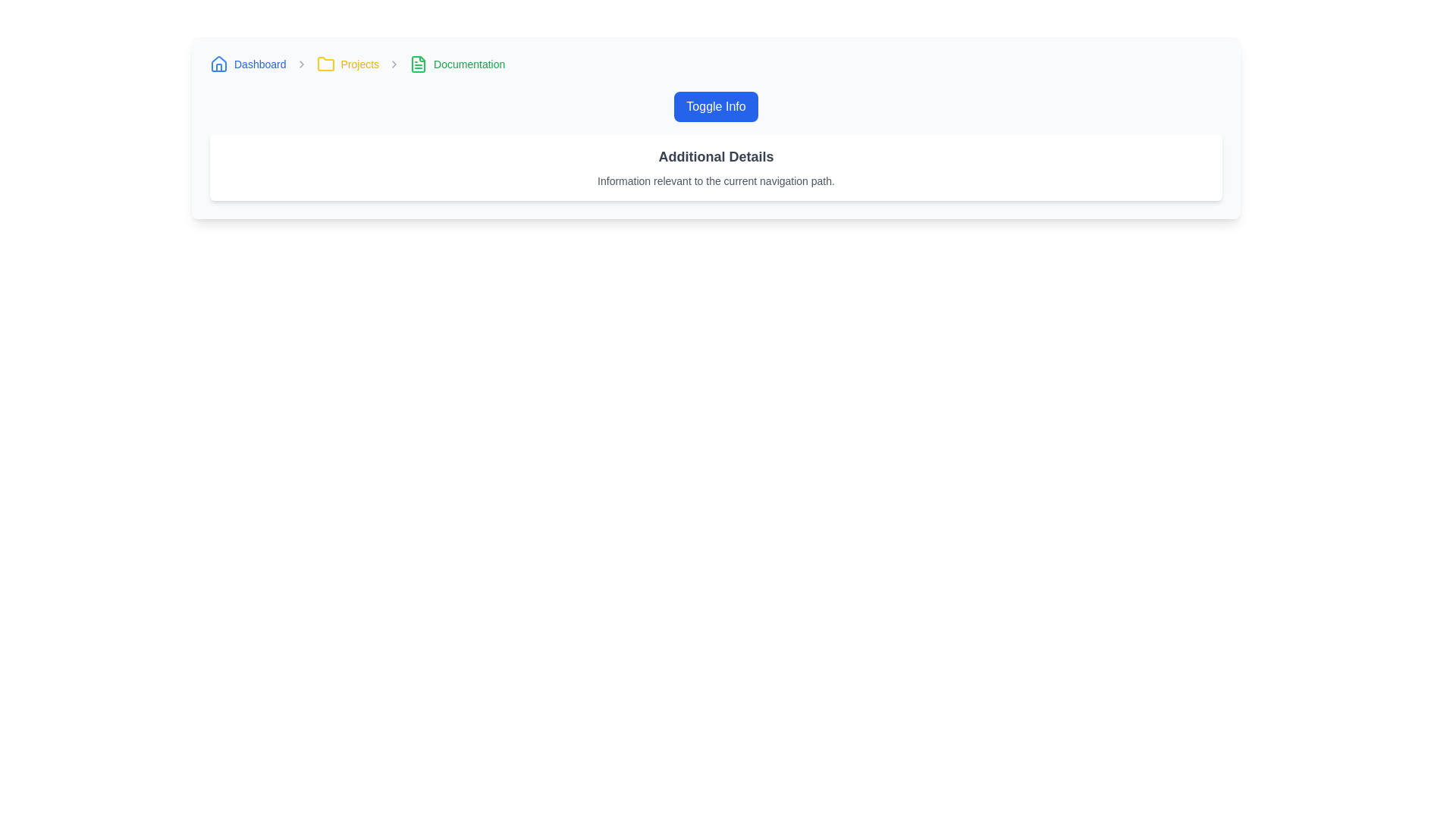 The width and height of the screenshot is (1456, 819). What do you see at coordinates (419, 63) in the screenshot?
I see `the green rectangular icon resembling a document in the breadcrumb navigation bar, which is located fourth in the sequence following the yellow folder icon` at bounding box center [419, 63].